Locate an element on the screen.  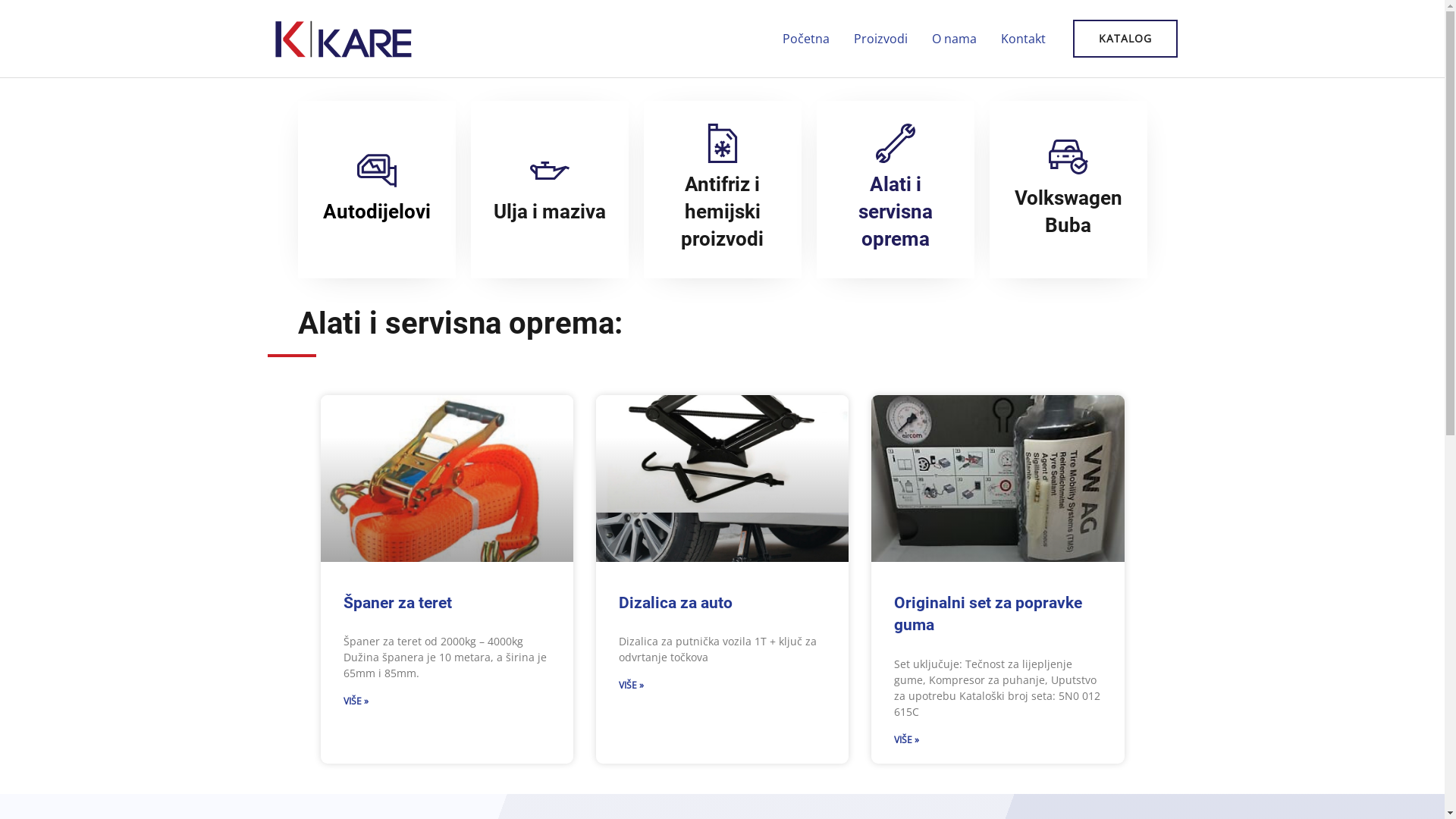
'KATALOG' is located at coordinates (1072, 37).